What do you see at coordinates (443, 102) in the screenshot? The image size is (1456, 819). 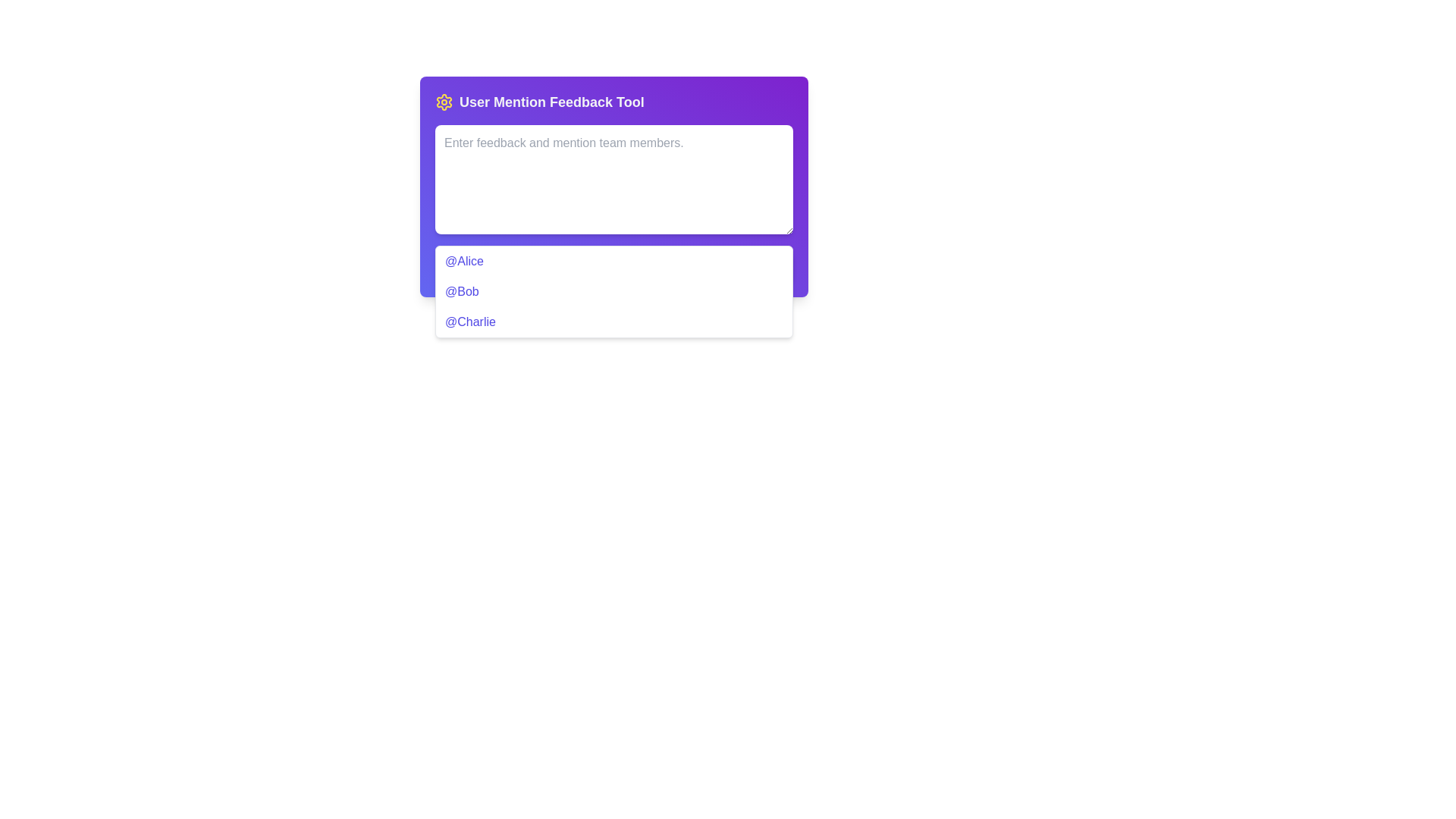 I see `the settings gear SVG icon located in the top-left corner of the interface within the purple header bar next to the title 'User Mention Feedback Tool'` at bounding box center [443, 102].